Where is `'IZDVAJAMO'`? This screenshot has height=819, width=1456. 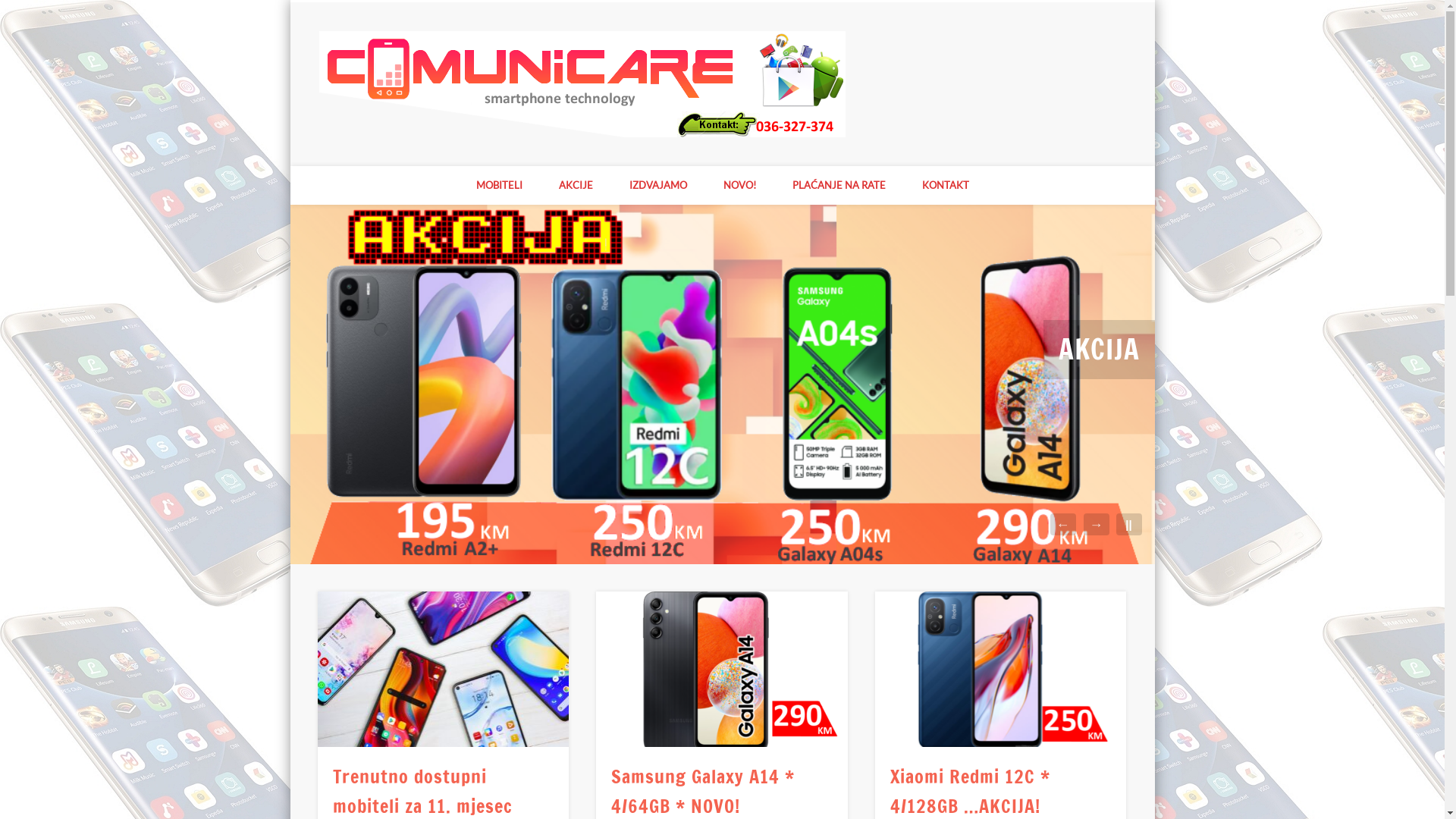
'IZDVAJAMO' is located at coordinates (658, 184).